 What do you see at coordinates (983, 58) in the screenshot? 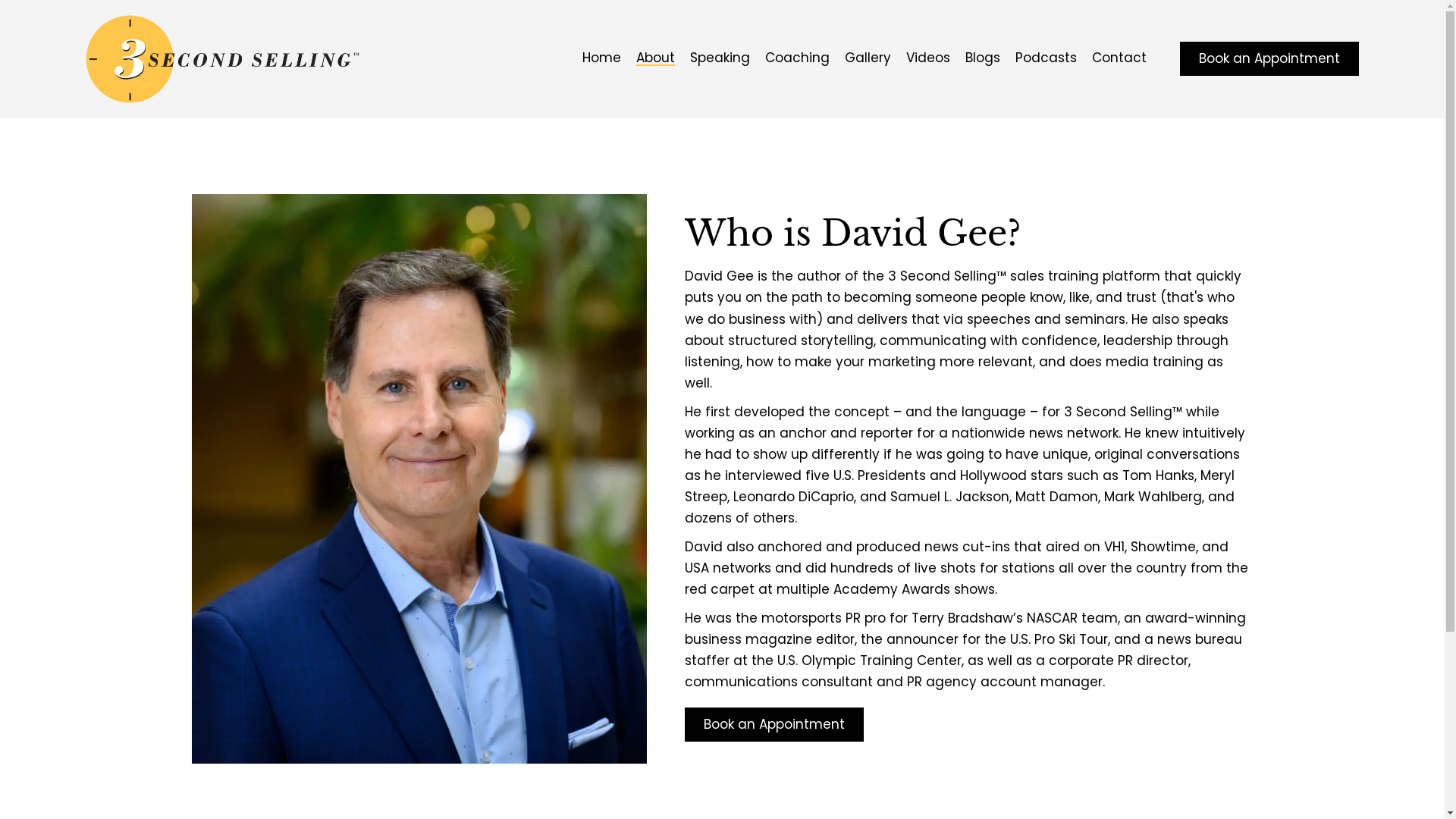
I see `'Blogs'` at bounding box center [983, 58].